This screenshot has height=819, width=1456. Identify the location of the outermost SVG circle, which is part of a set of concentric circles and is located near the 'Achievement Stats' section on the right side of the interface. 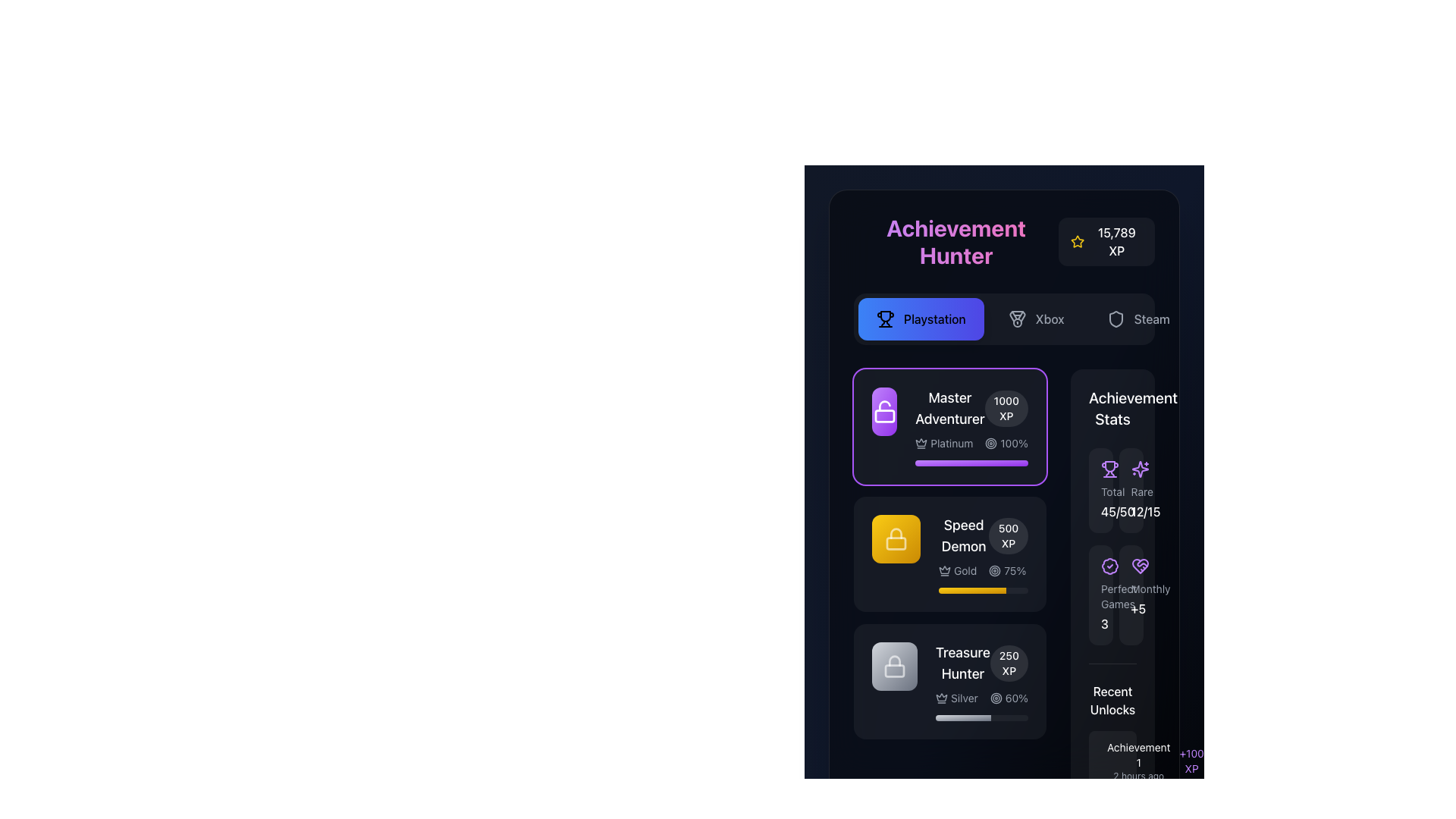
(991, 444).